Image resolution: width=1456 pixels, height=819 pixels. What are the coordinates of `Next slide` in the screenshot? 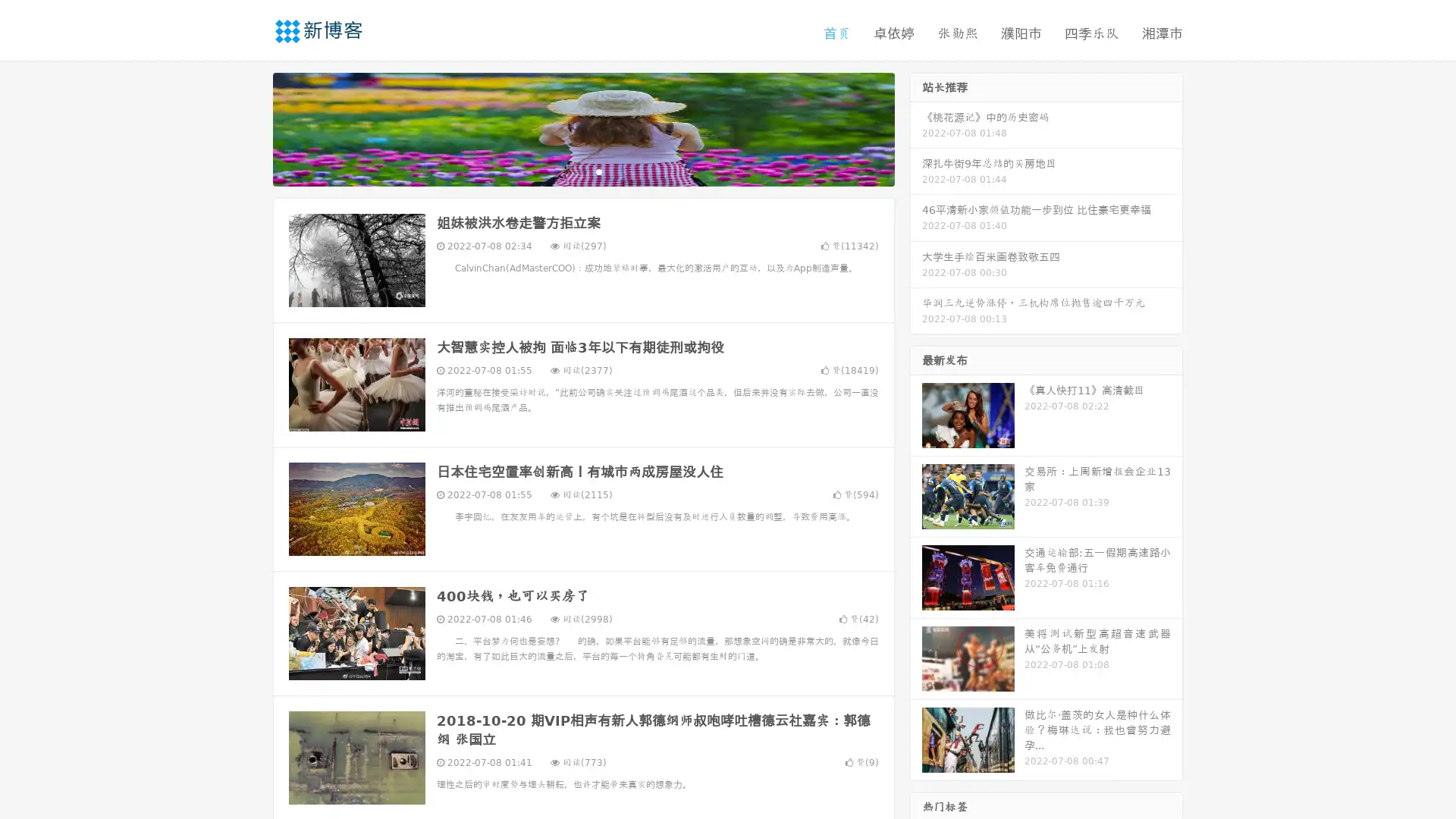 It's located at (916, 127).